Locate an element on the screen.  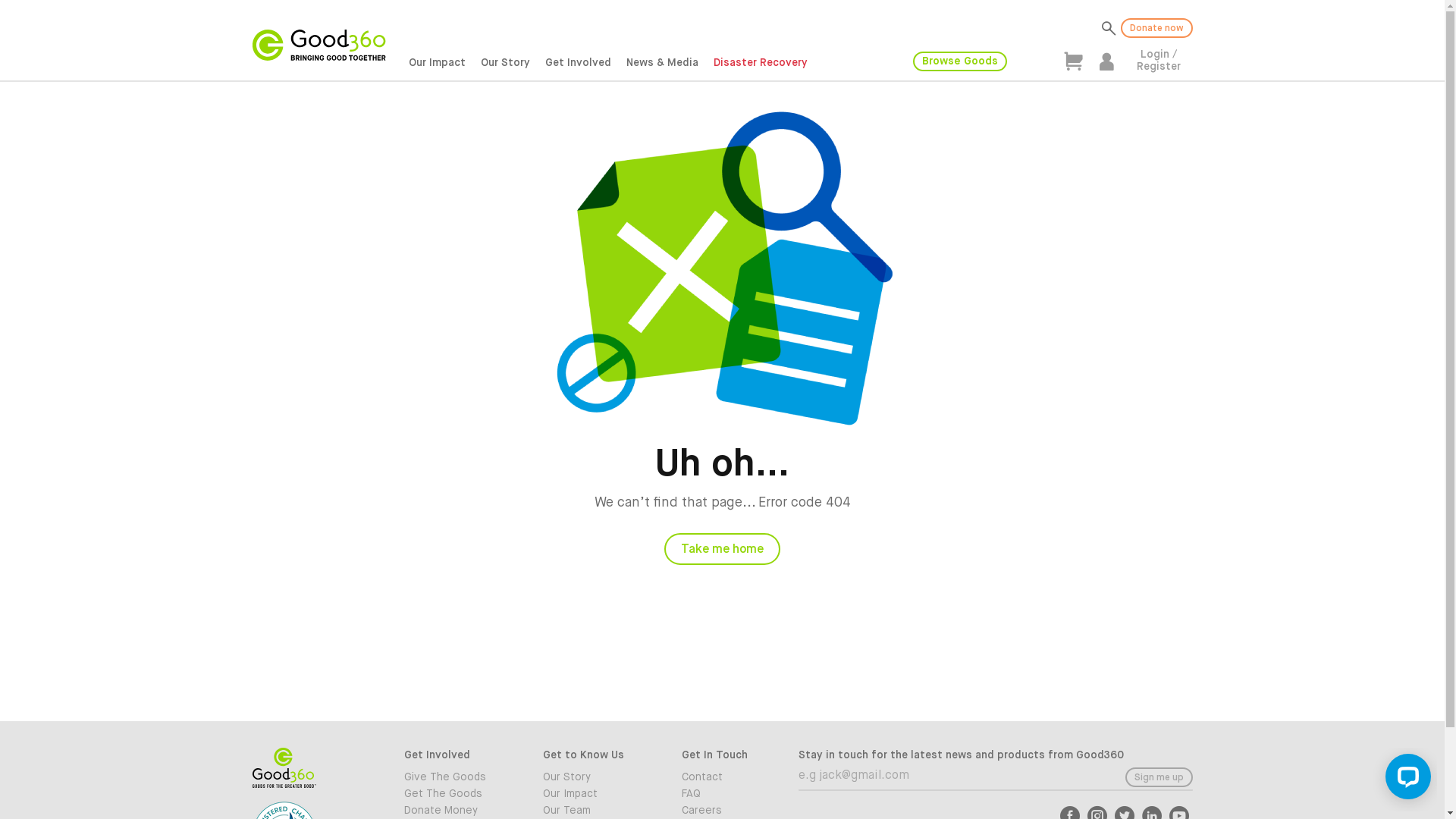
'Get The Goods' is located at coordinates (460, 792).